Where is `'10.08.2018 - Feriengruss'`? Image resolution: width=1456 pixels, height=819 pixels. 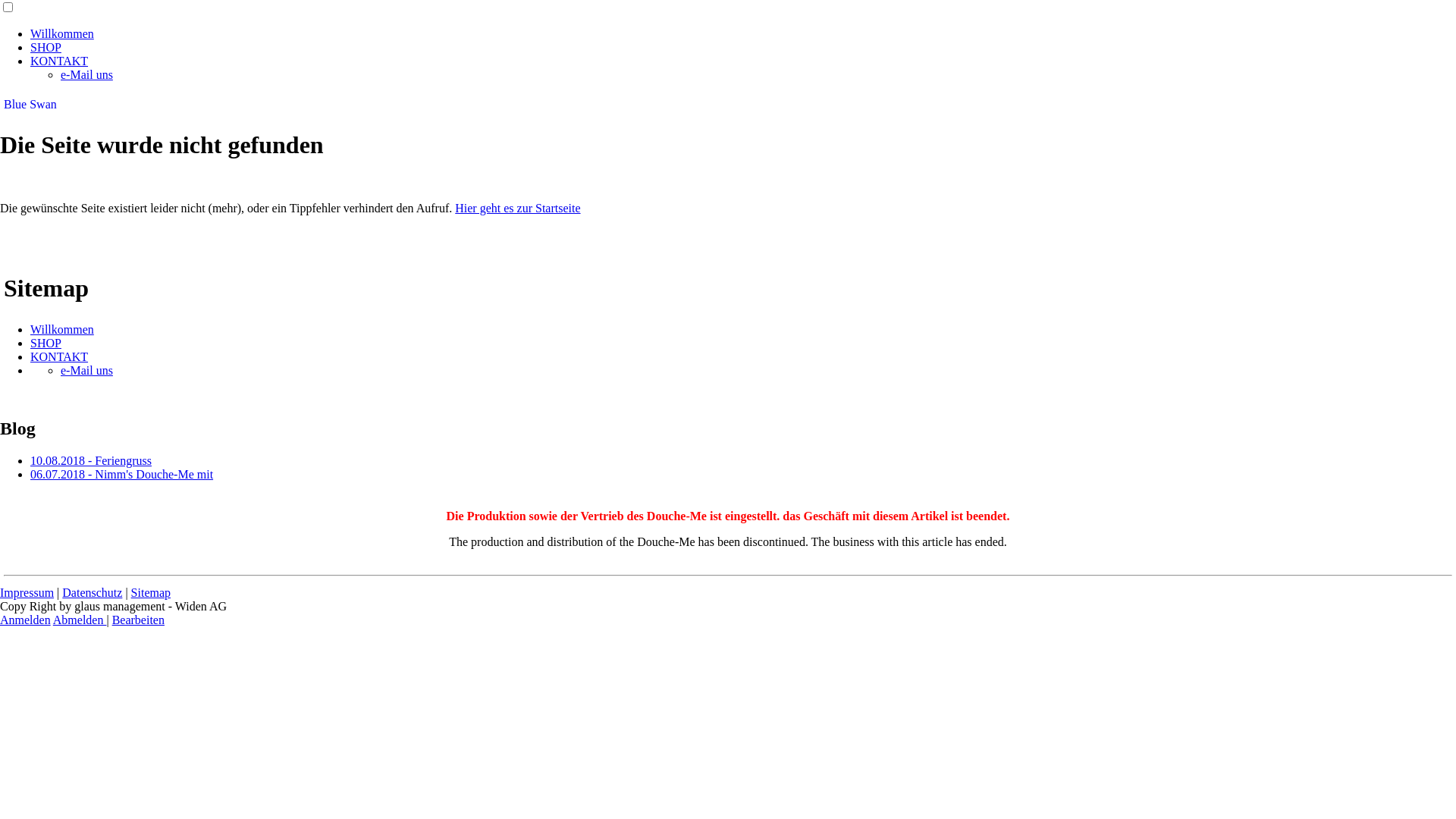
'10.08.2018 - Feriengruss' is located at coordinates (90, 460).